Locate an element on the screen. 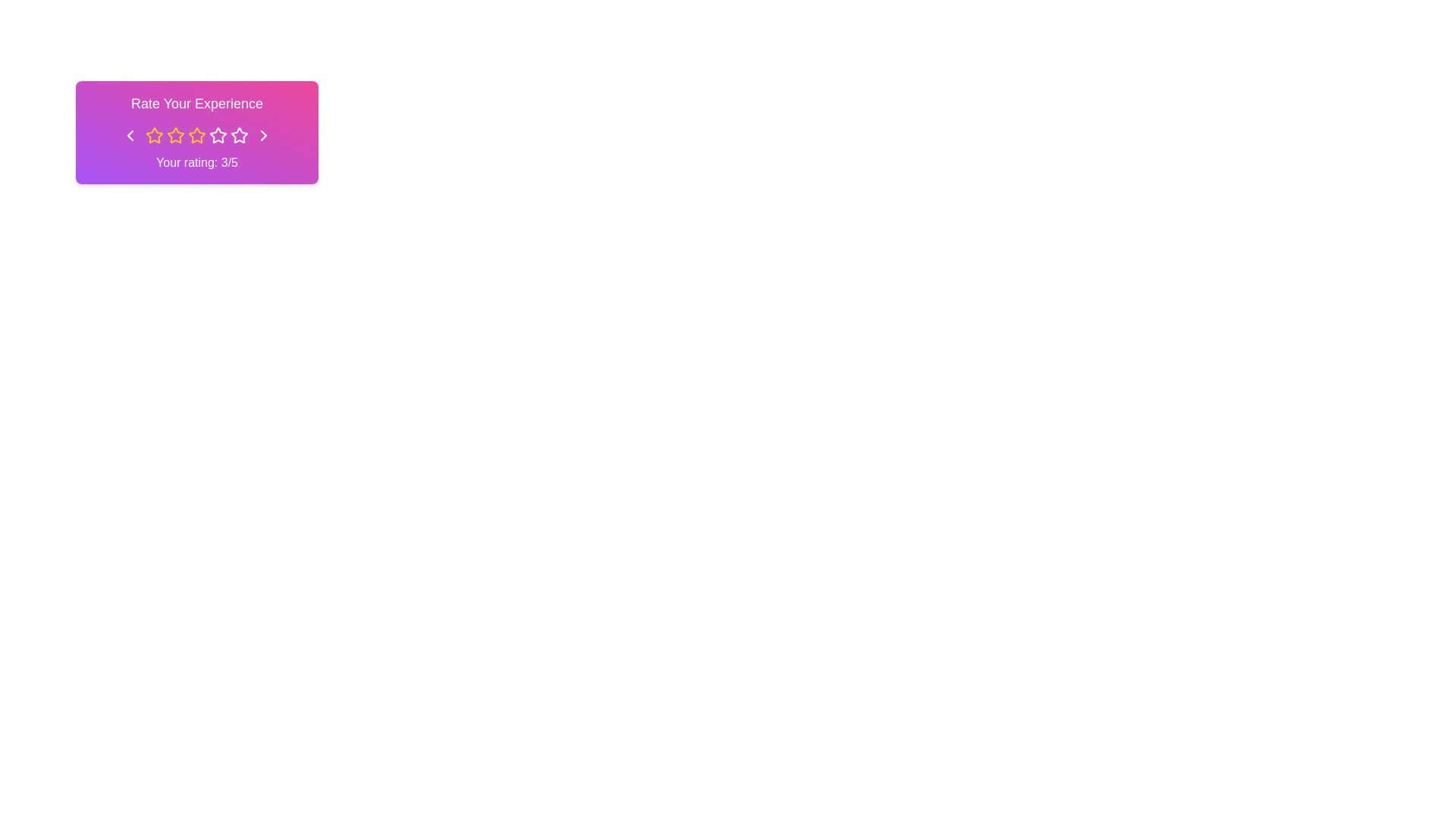 The height and width of the screenshot is (819, 1456). the small right-pointing chevron arrow icon, which is the second navigational arrow in a row of interactive components, positioned to the right of the left-chevron arrow and adjacent to the rating stars is located at coordinates (263, 134).